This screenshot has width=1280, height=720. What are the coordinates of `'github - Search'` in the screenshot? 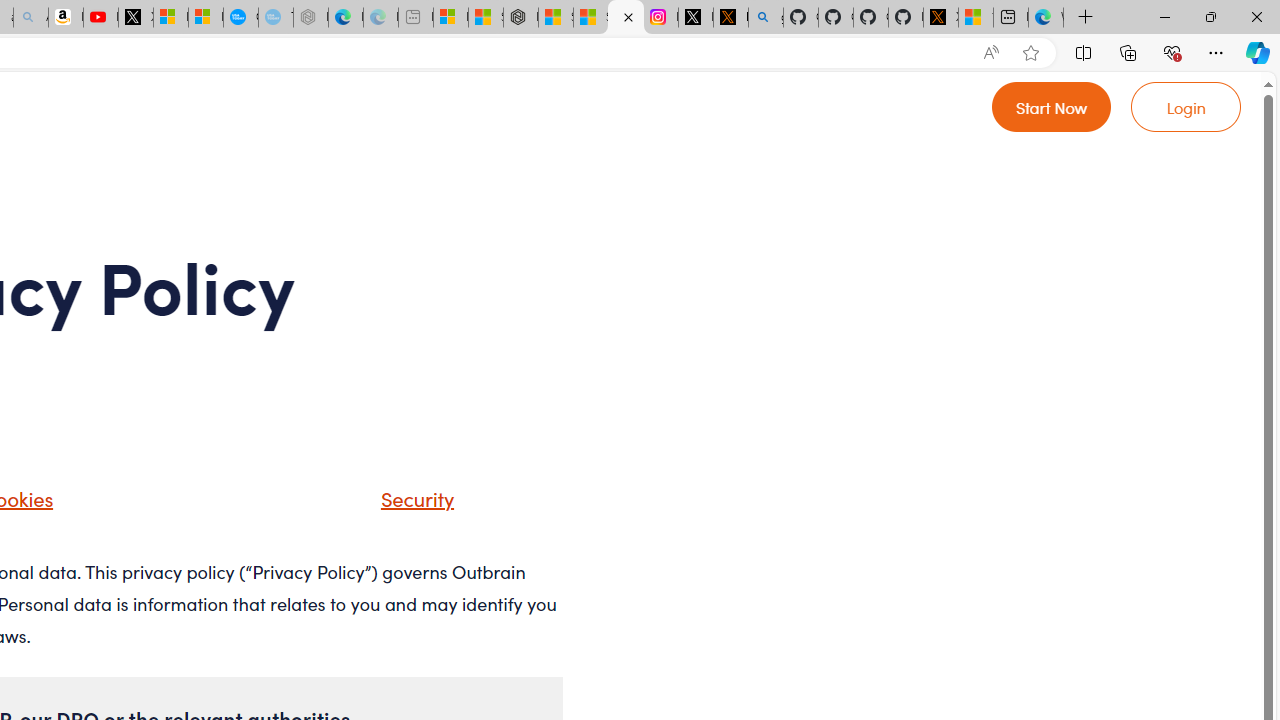 It's located at (765, 17).